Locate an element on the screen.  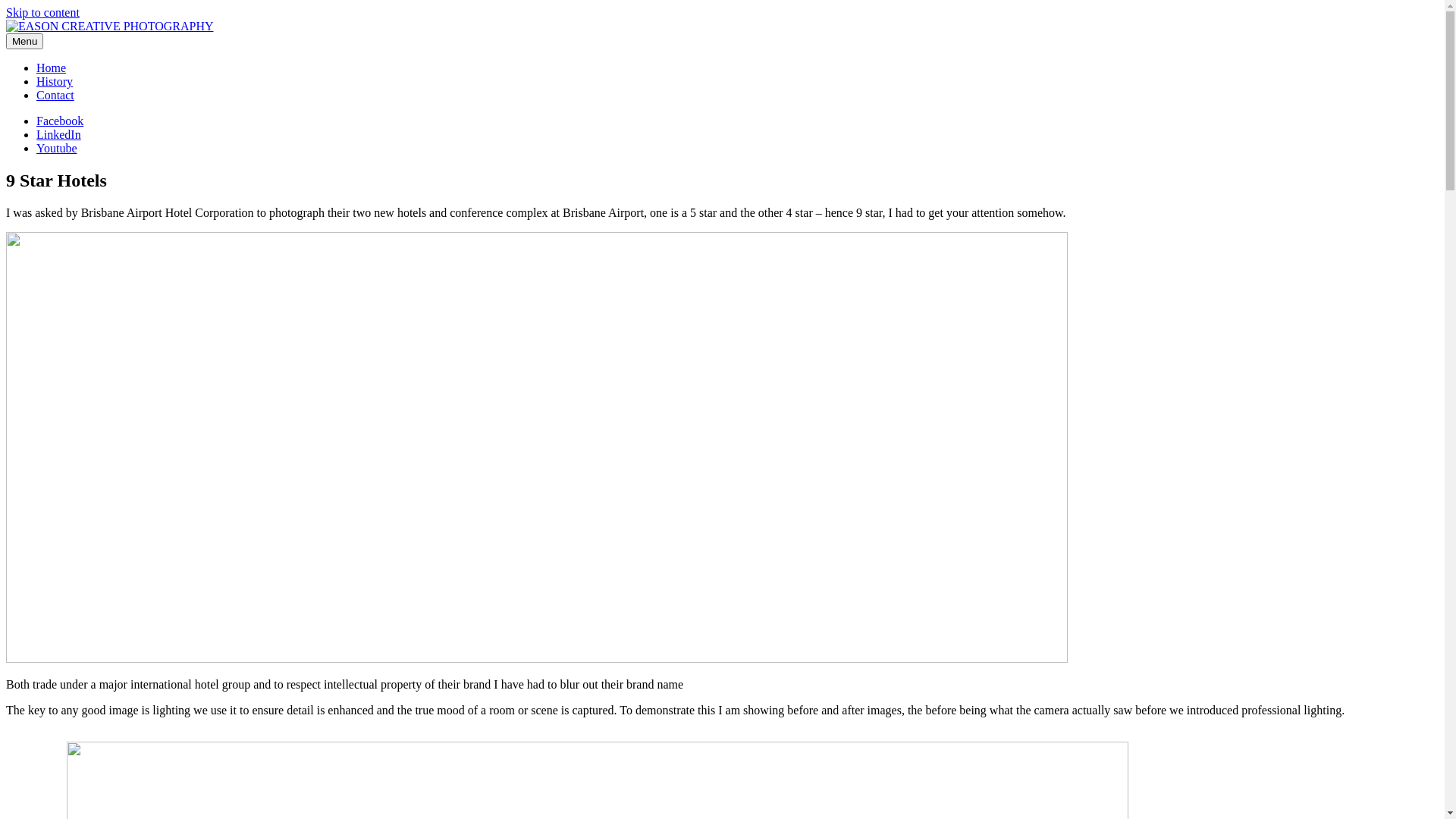
'Facebook' is located at coordinates (59, 120).